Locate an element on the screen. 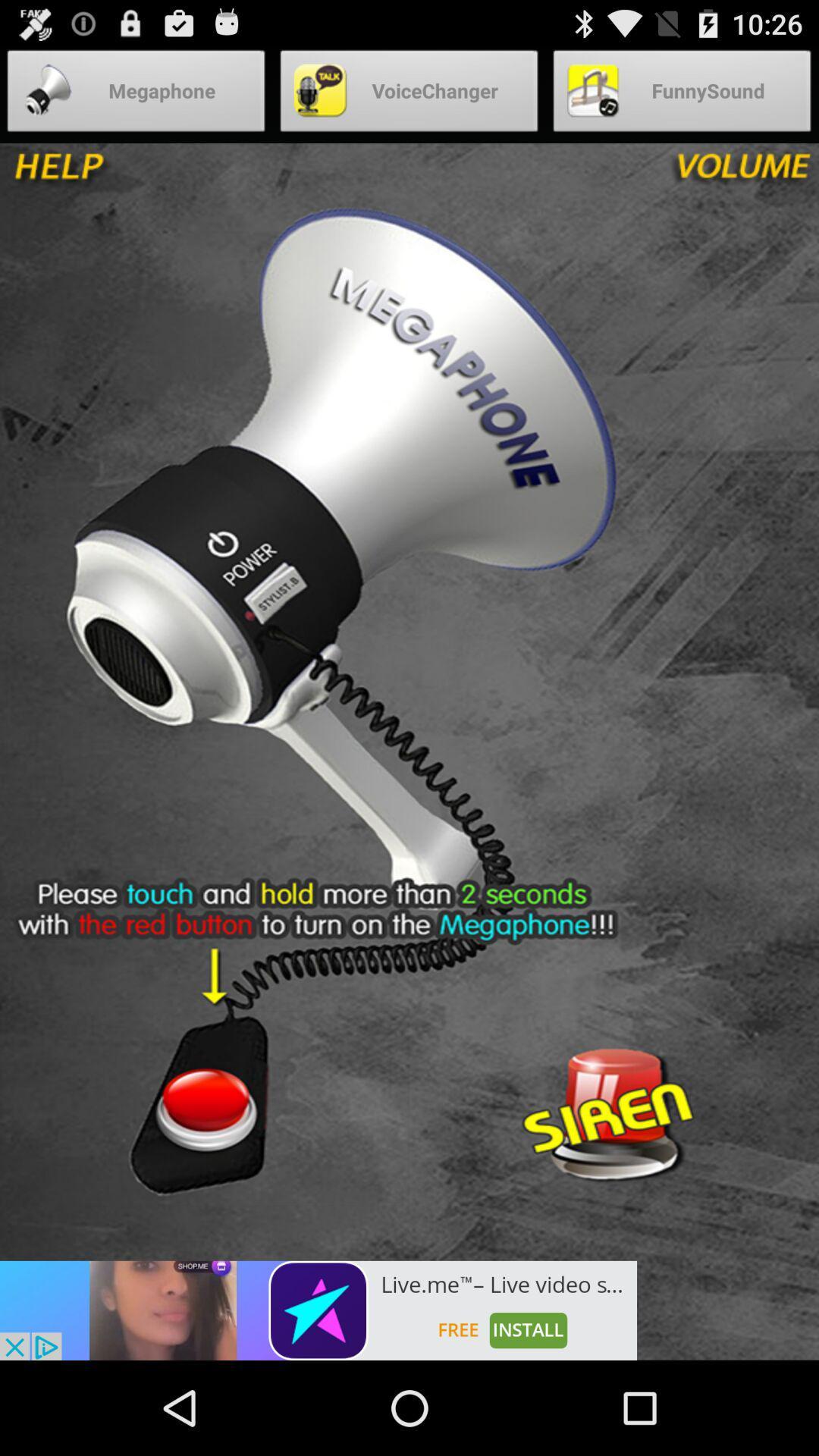  help button is located at coordinates (111, 174).